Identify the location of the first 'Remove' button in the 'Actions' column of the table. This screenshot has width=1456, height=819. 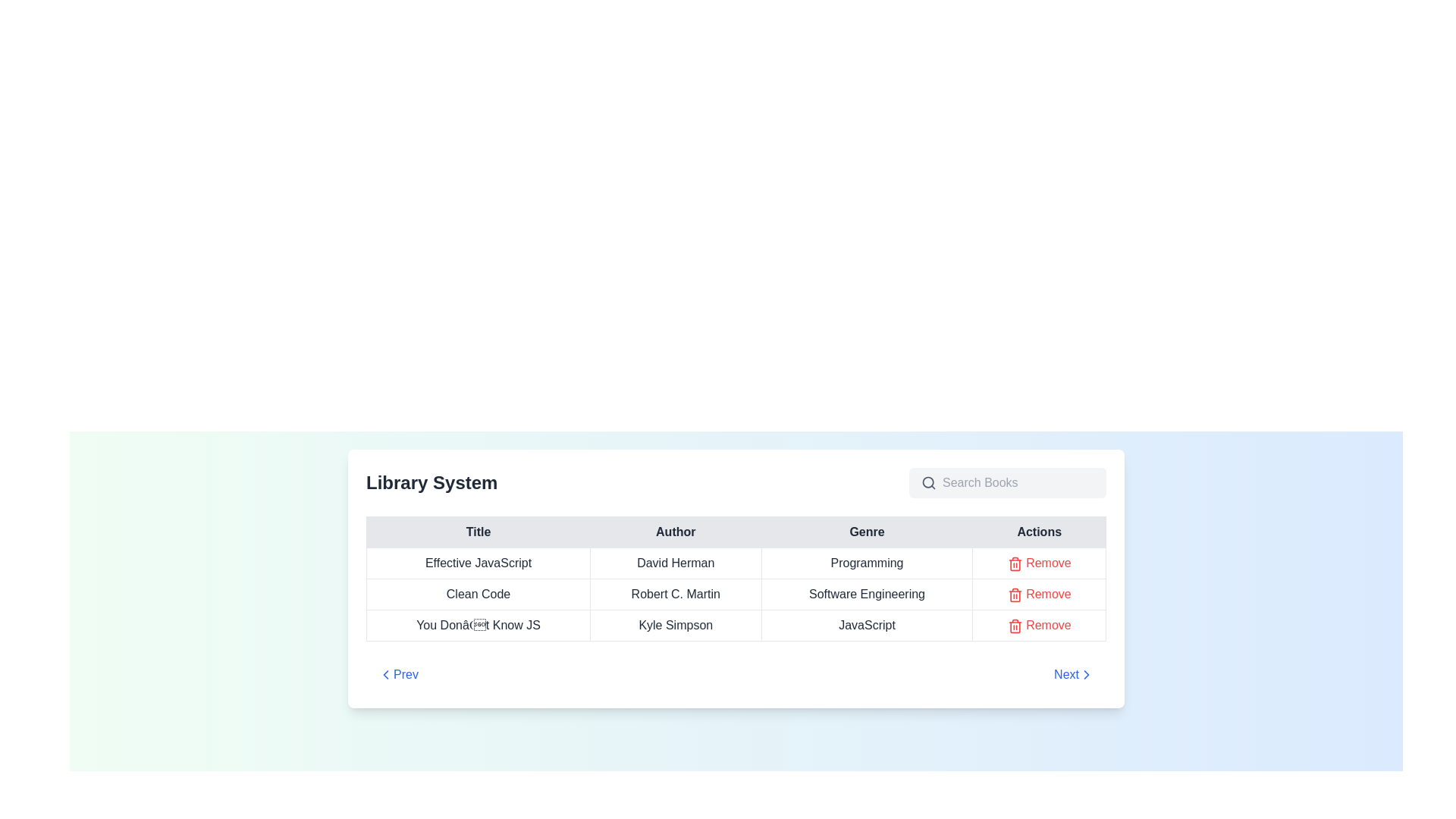
(1038, 563).